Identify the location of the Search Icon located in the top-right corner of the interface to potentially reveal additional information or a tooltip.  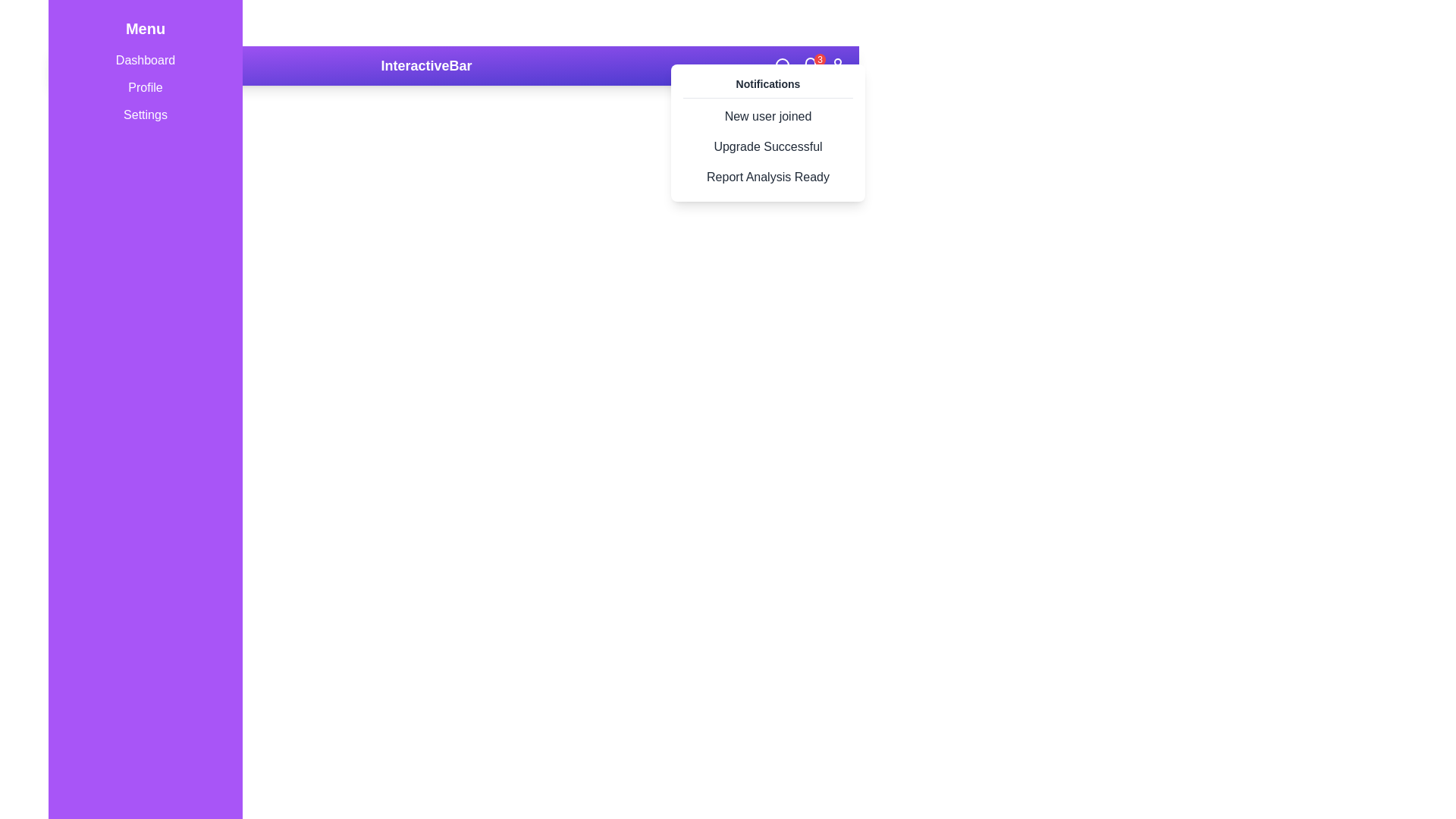
(783, 65).